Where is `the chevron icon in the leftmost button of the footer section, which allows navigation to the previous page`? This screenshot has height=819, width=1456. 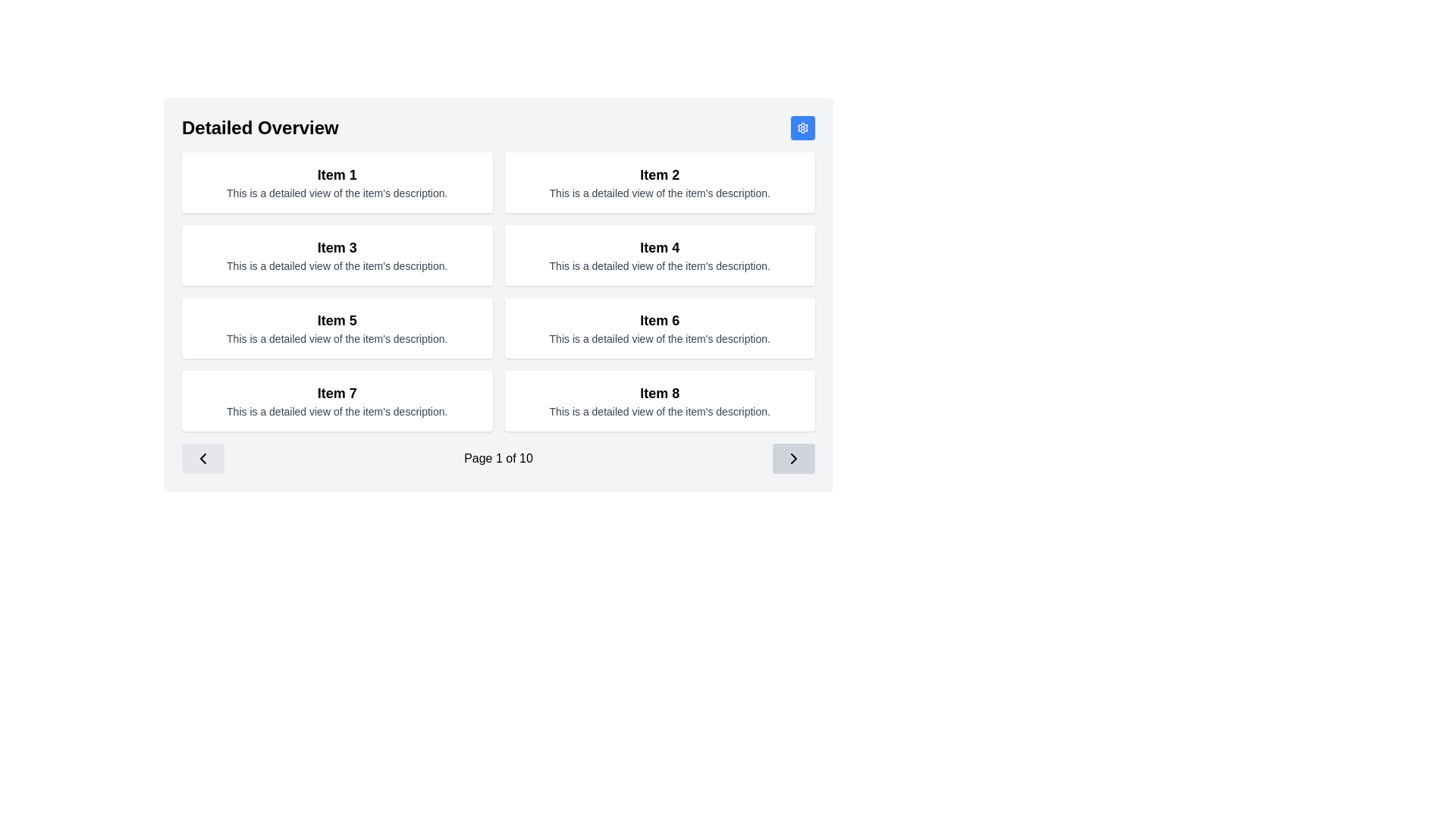 the chevron icon in the leftmost button of the footer section, which allows navigation to the previous page is located at coordinates (202, 458).